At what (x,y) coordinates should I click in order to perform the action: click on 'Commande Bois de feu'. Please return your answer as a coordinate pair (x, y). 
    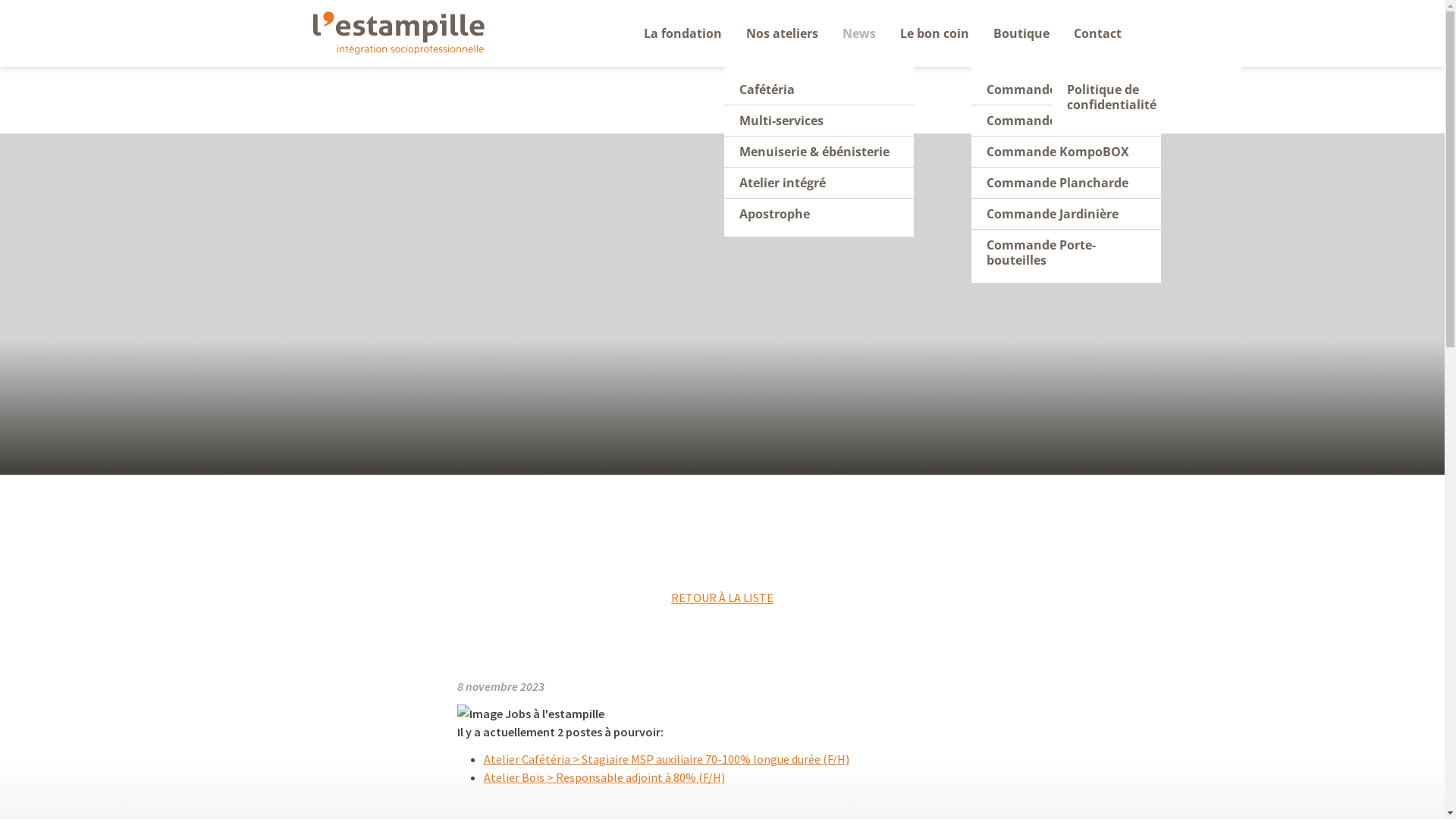
    Looking at the image, I should click on (1065, 120).